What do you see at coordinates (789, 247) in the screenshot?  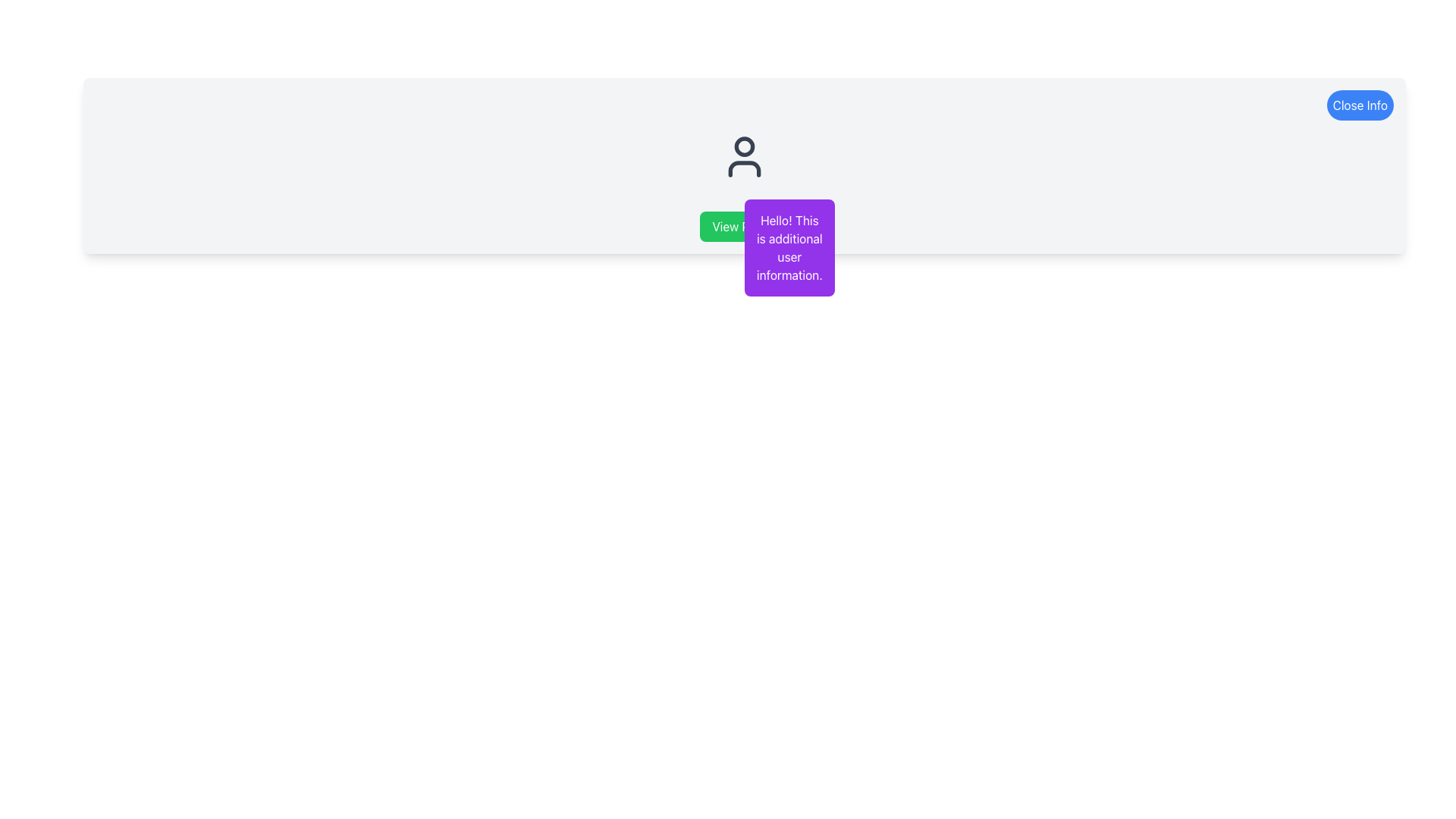 I see `the tooltip or informational box located below the user silhouette icon and above the 'View Info' button` at bounding box center [789, 247].